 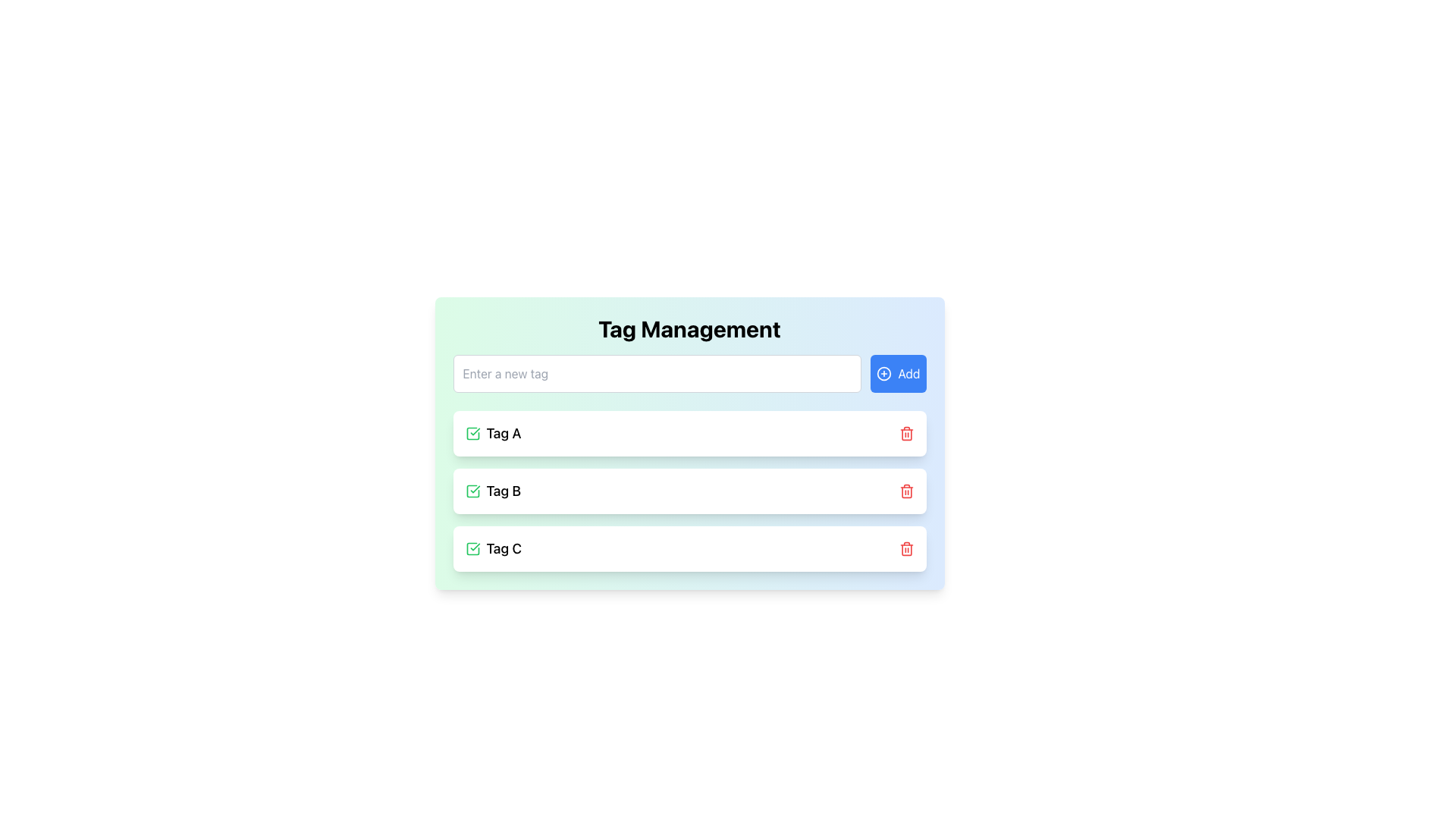 I want to click on the vertical line element of the red trash icon, which is located to the right-hand side of each tag row and is the middle component of the trashcan icon, so click(x=906, y=492).